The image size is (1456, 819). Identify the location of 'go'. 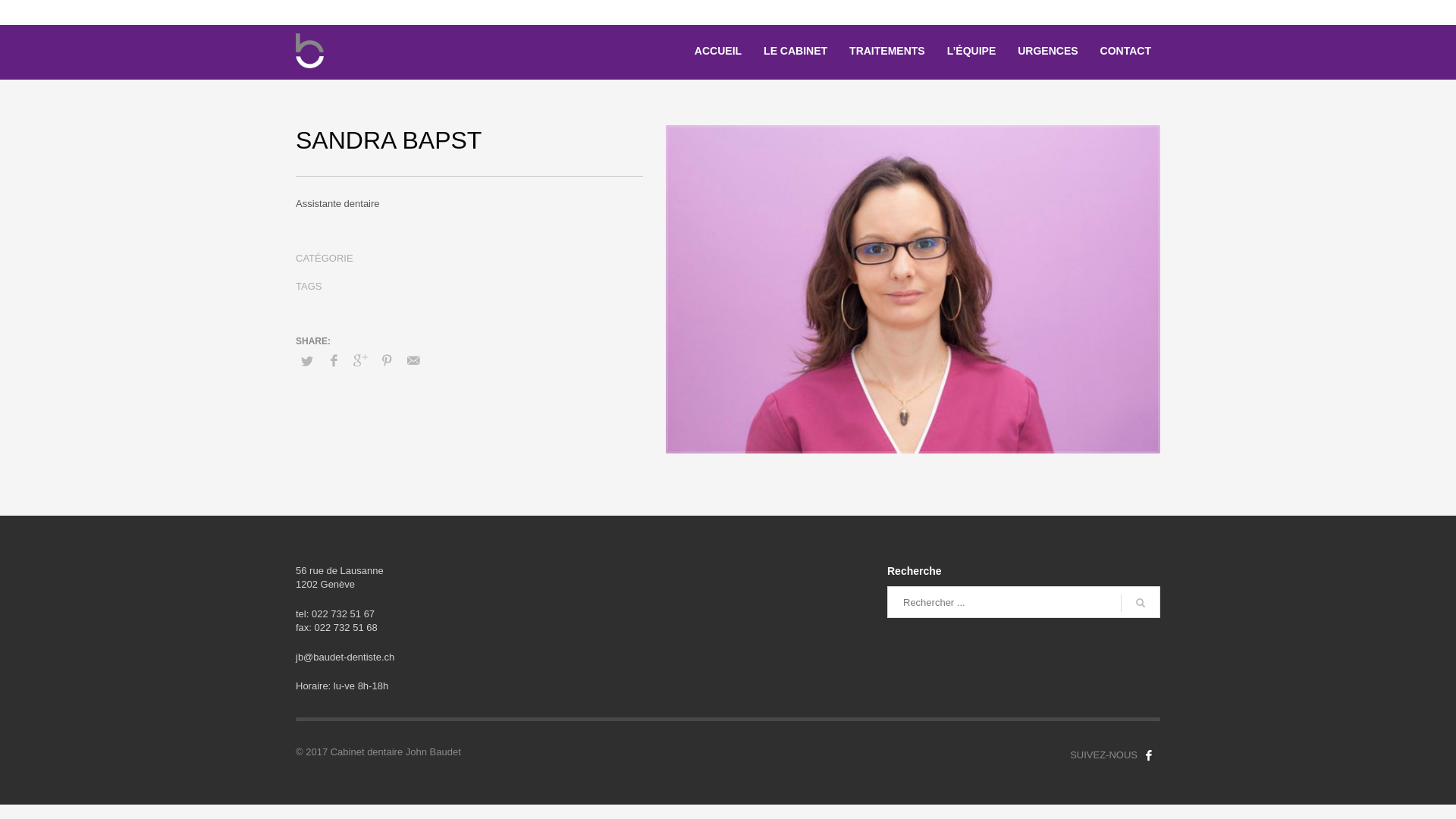
(1140, 601).